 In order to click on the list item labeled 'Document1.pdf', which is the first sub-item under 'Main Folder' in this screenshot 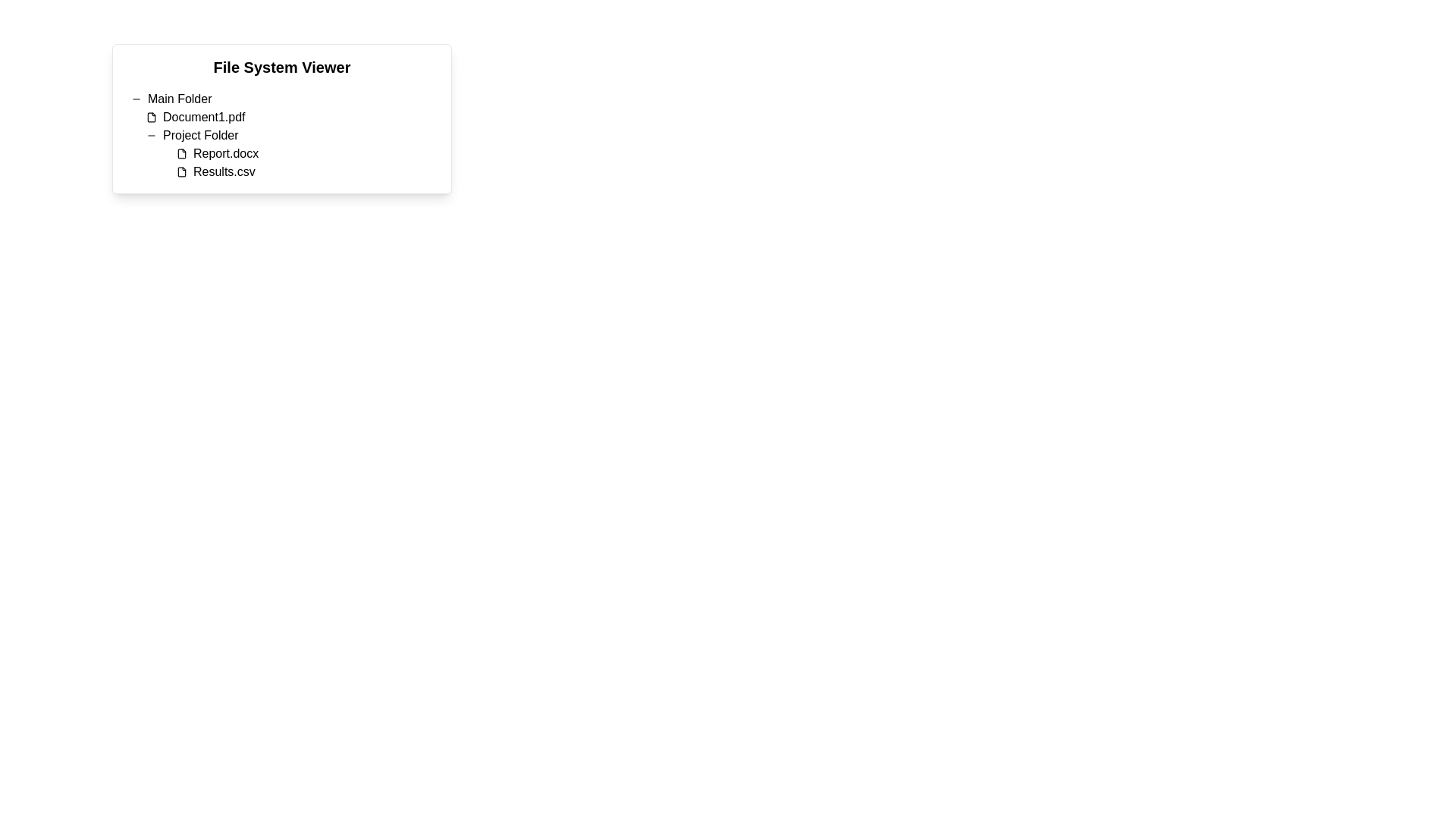, I will do `click(290, 116)`.